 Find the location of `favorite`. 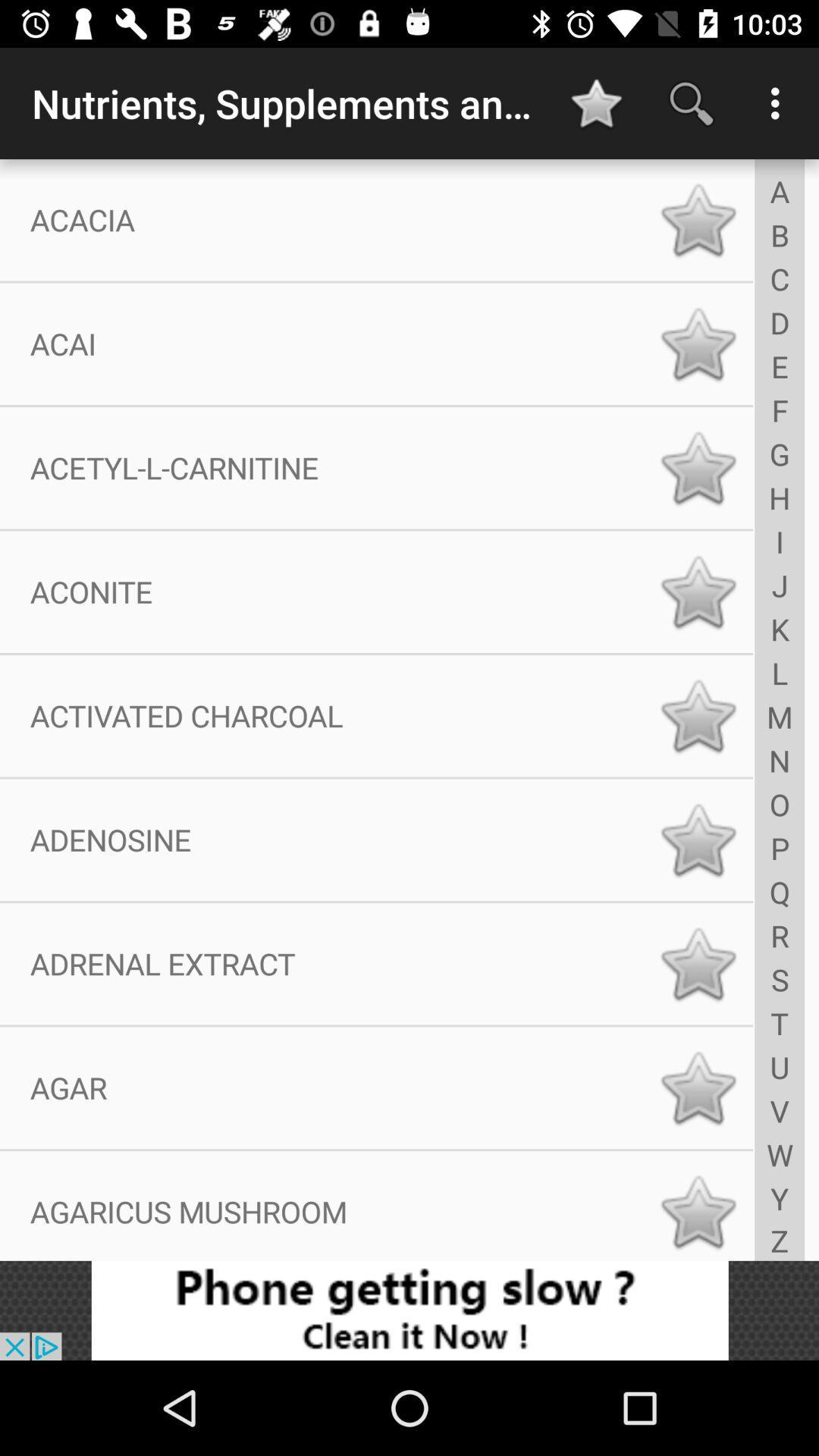

favorite is located at coordinates (698, 1087).